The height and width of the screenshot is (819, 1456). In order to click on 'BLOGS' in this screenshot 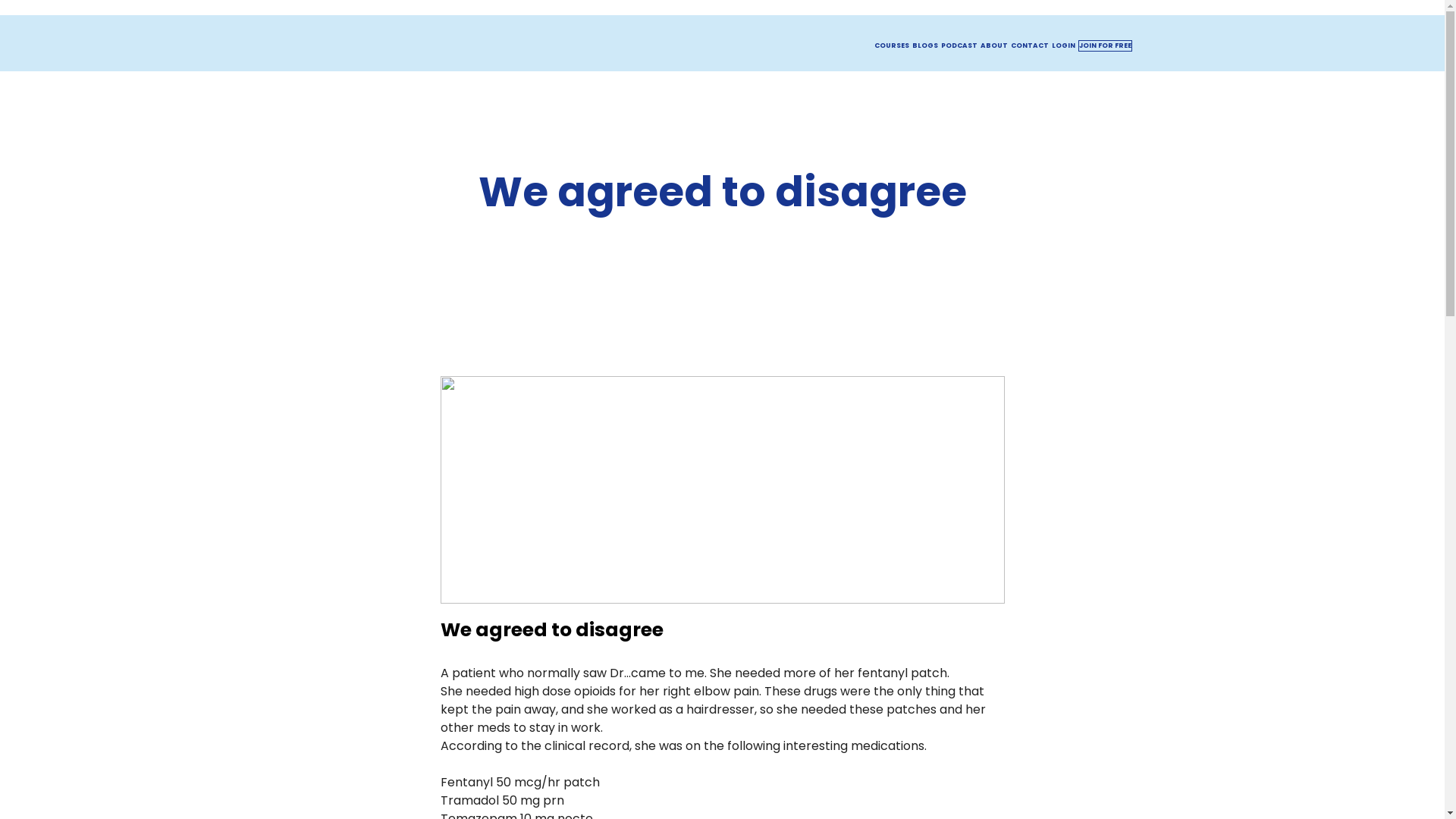, I will do `click(924, 45)`.